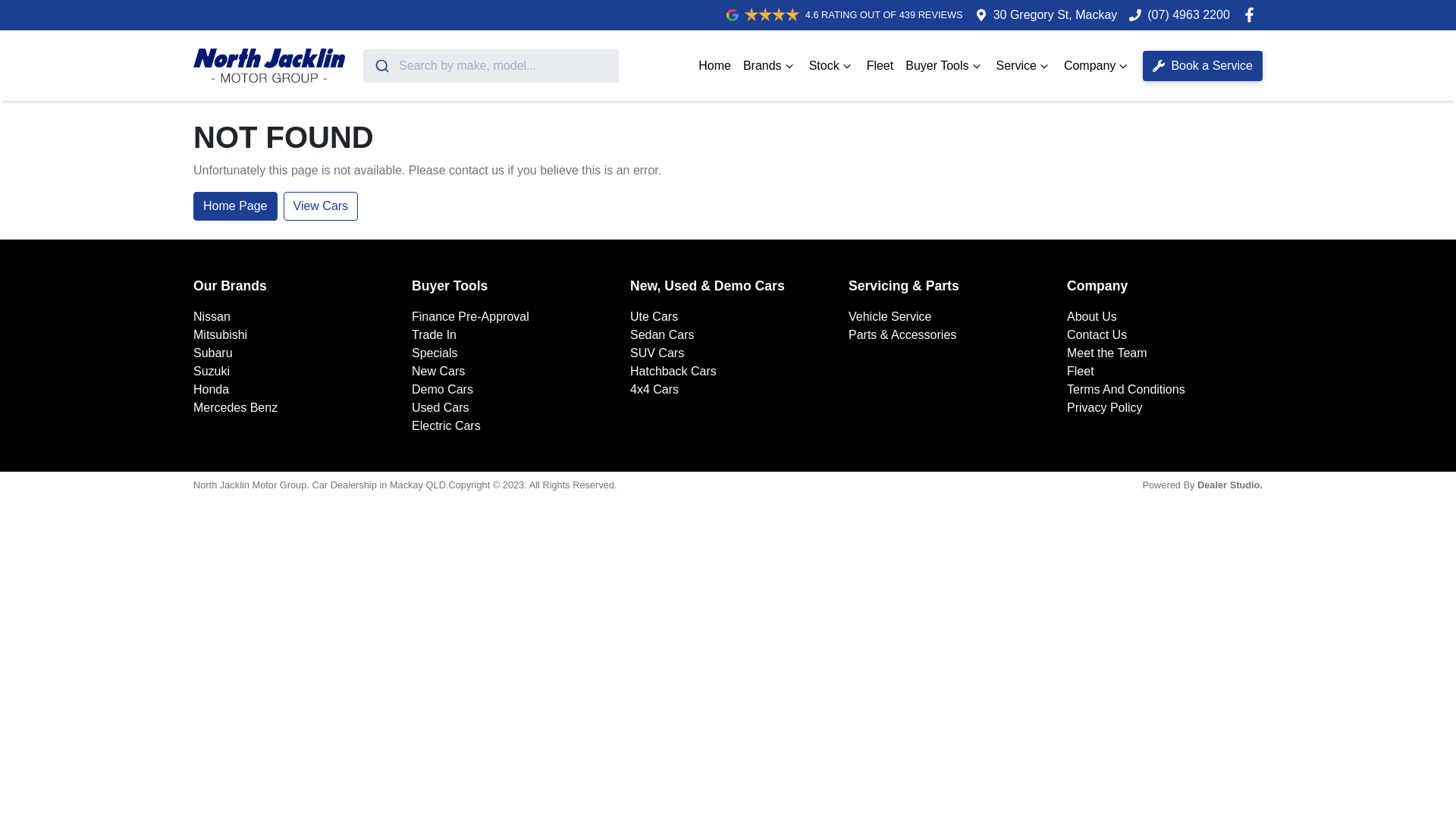 The image size is (1456, 819). I want to click on 'Meet the Team', so click(1106, 353).